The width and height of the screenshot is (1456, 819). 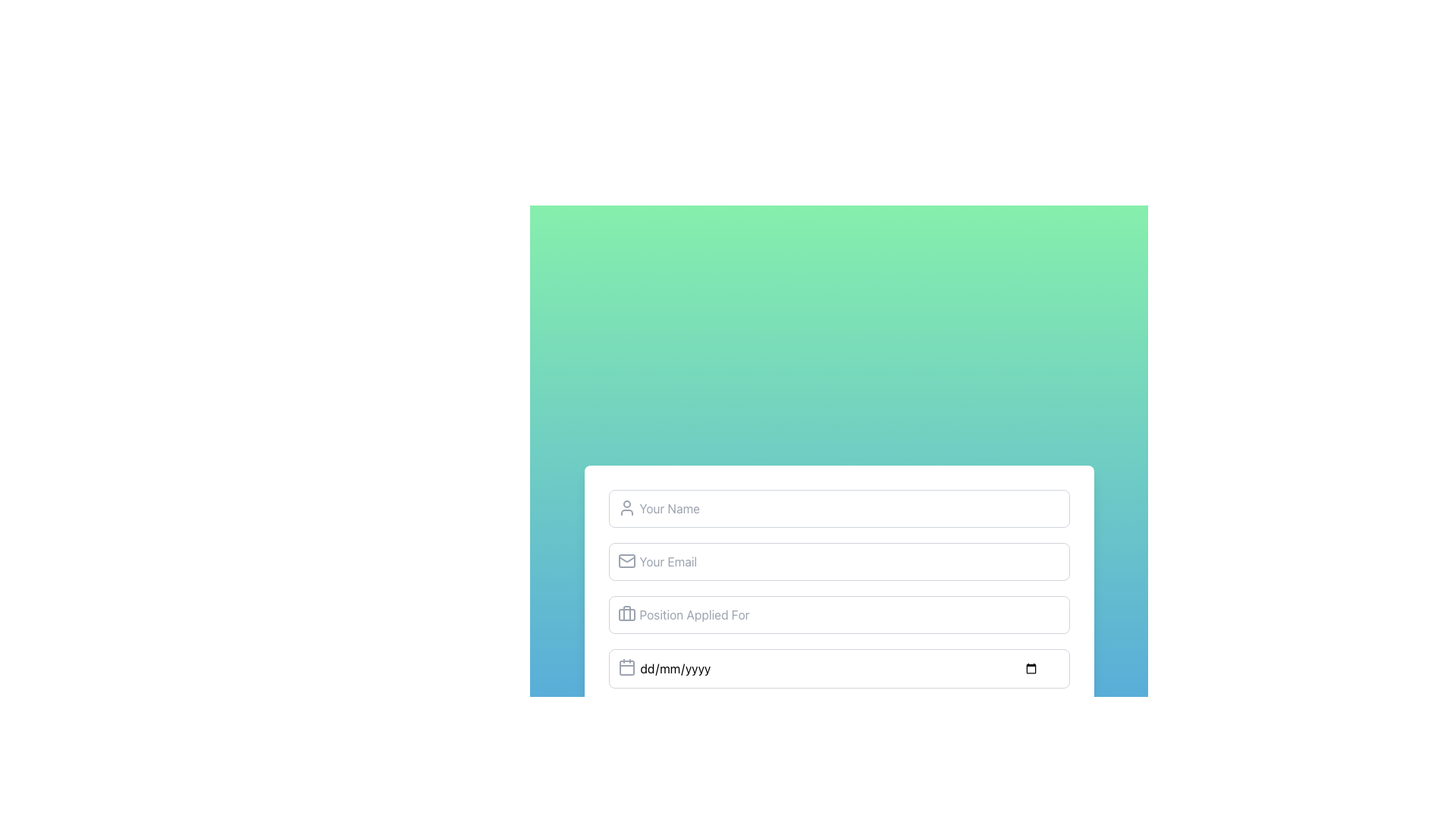 What do you see at coordinates (626, 667) in the screenshot?
I see `the date input field by clicking the calendar icon located at the leftmost side of the field` at bounding box center [626, 667].